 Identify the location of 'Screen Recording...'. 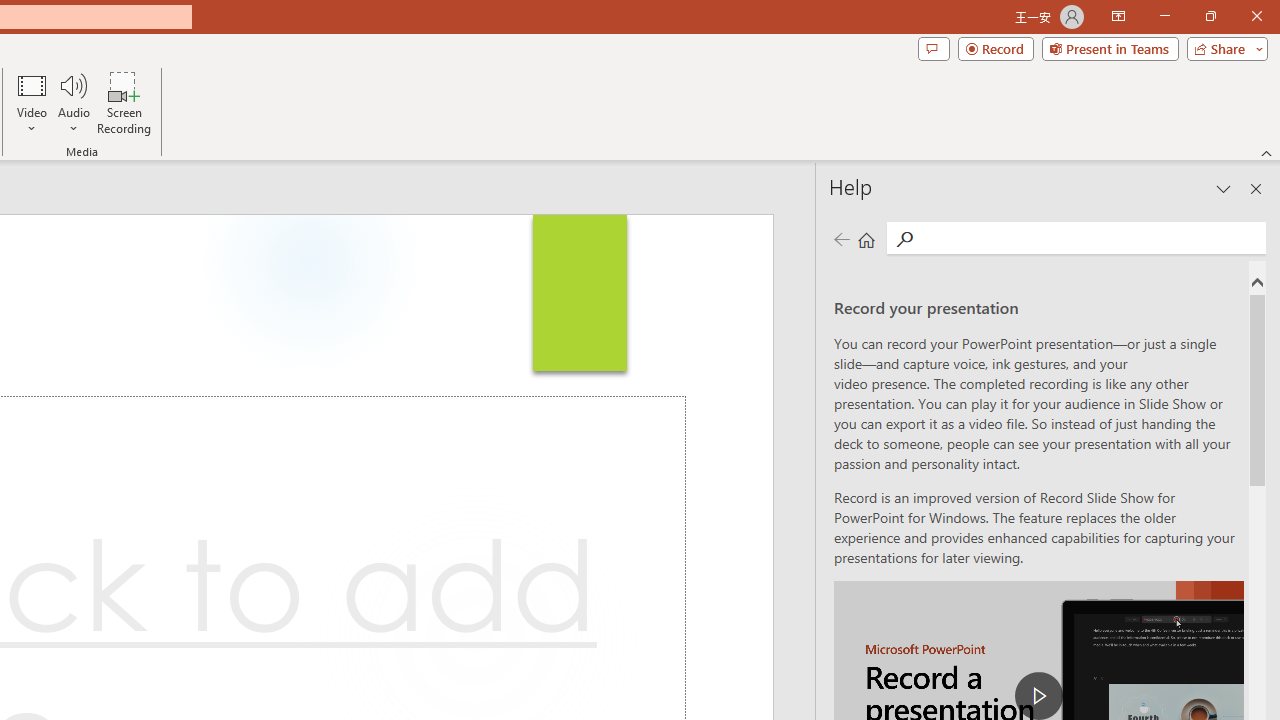
(123, 103).